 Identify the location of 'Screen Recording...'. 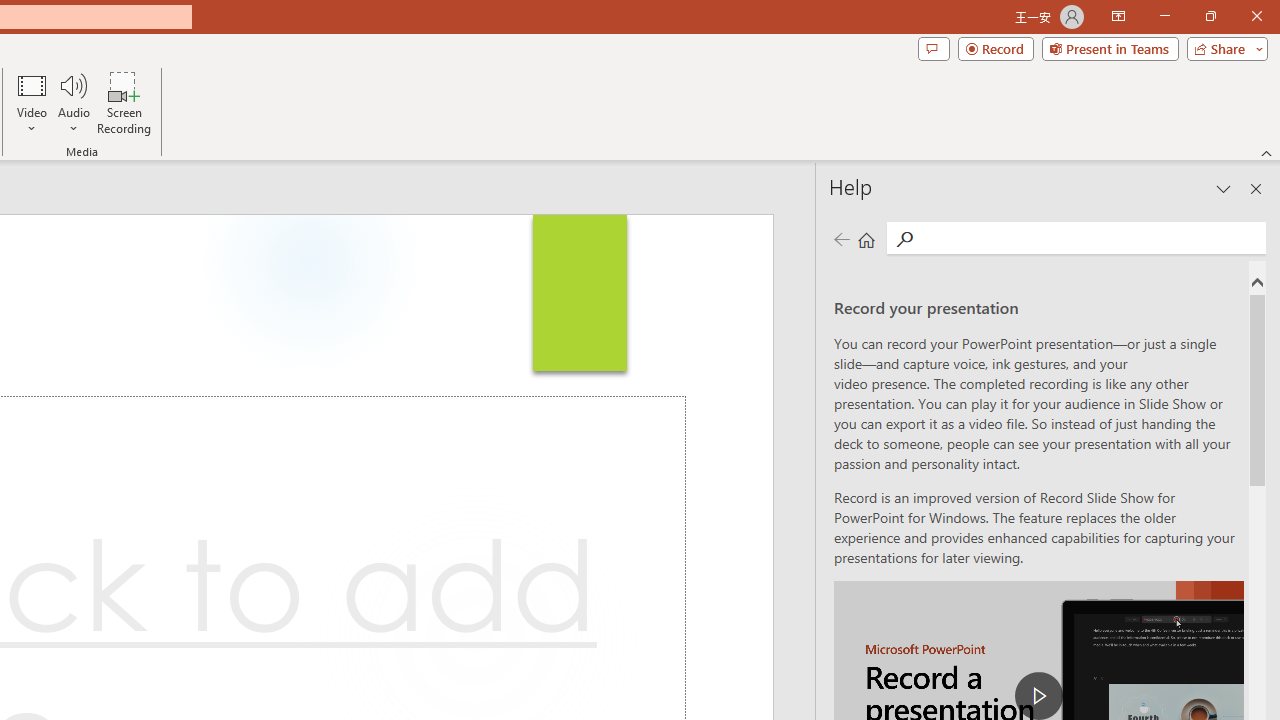
(123, 103).